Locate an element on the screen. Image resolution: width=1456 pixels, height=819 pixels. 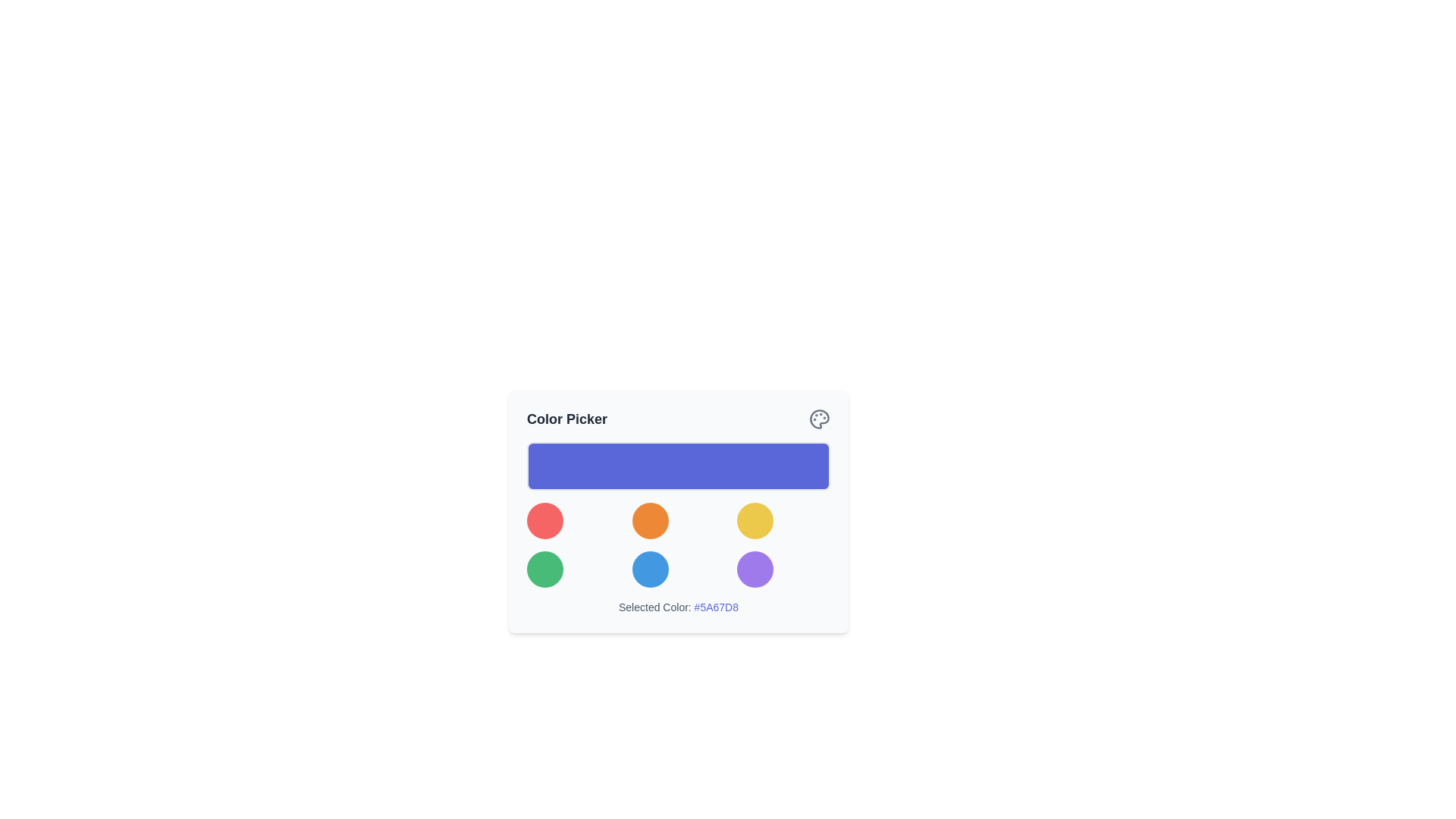
the sixth circular button in the Color Picker interface is located at coordinates (755, 570).